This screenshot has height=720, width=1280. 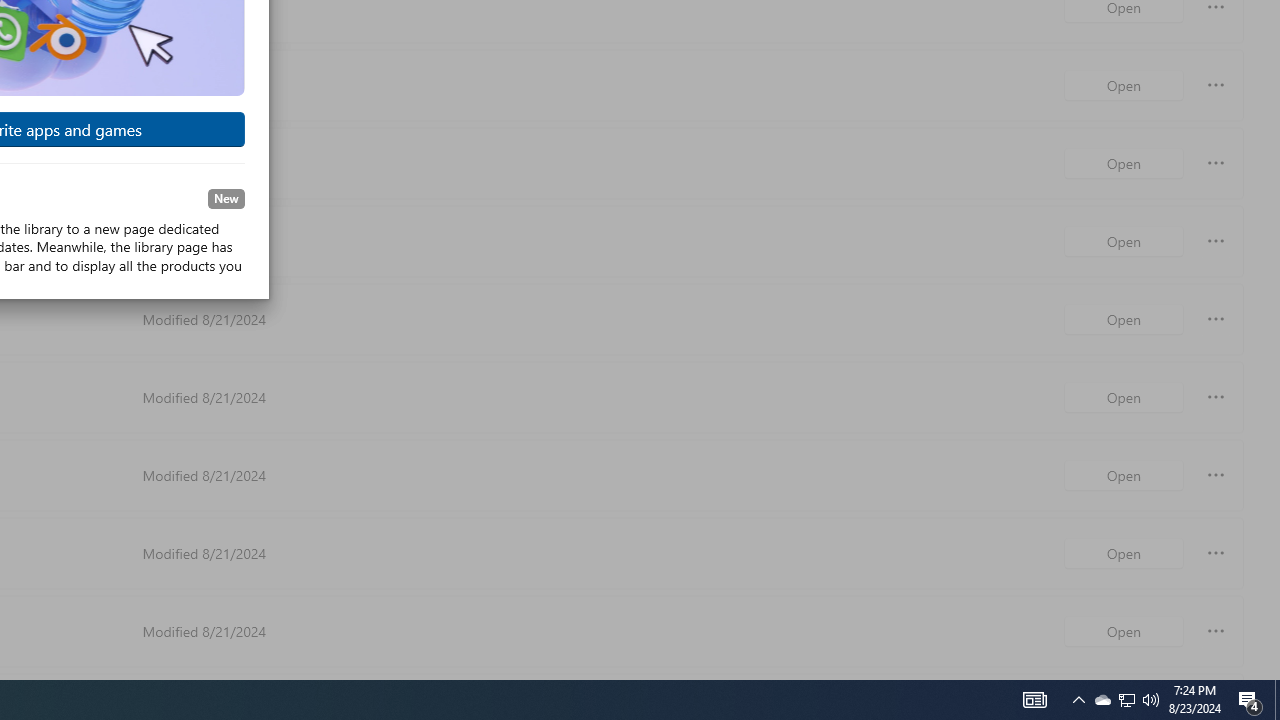 What do you see at coordinates (1215, 631) in the screenshot?
I see `'More options'` at bounding box center [1215, 631].